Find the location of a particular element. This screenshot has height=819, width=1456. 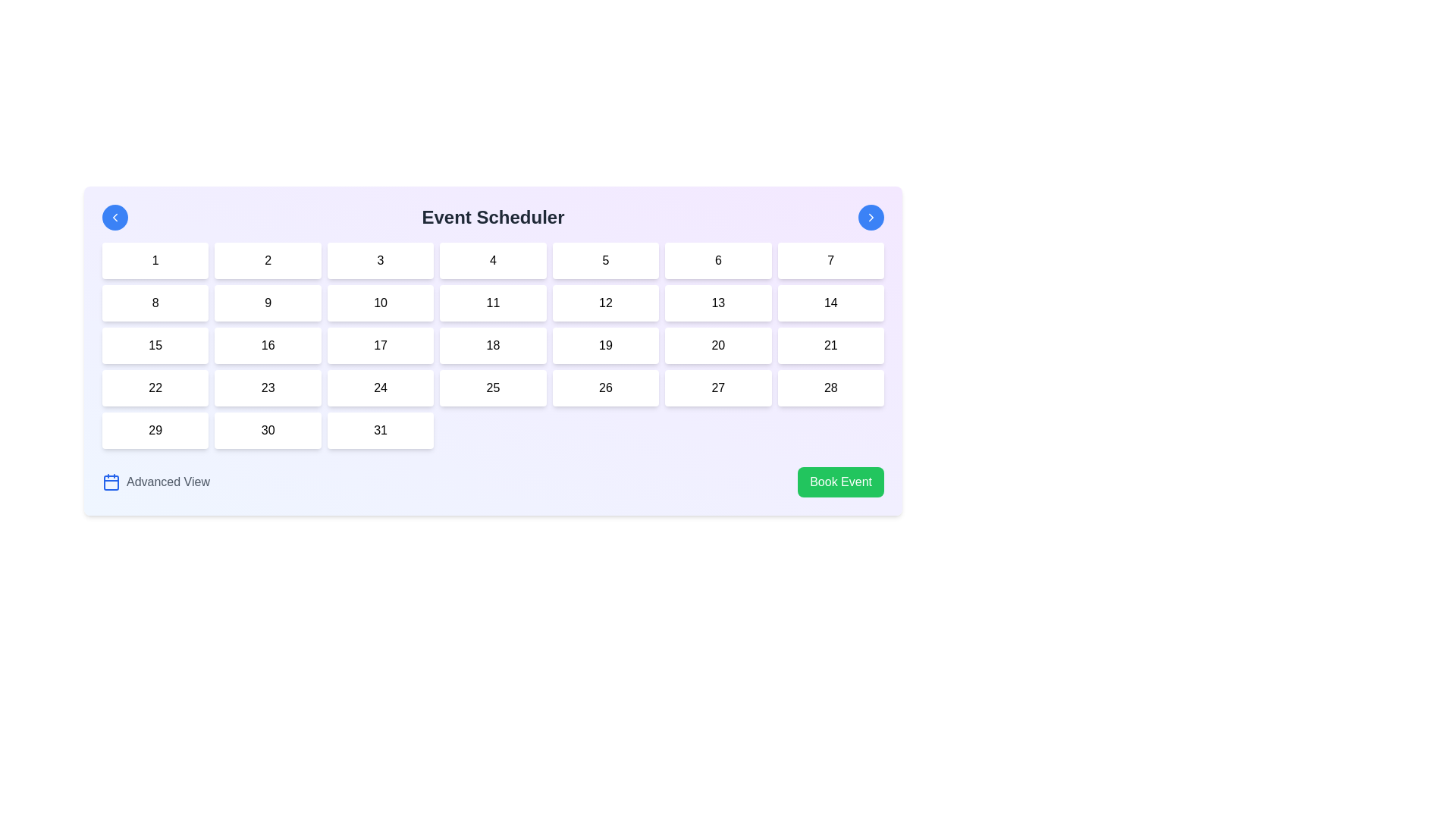

the rectangular button with a white background and the number '13' centered in bold text is located at coordinates (717, 303).